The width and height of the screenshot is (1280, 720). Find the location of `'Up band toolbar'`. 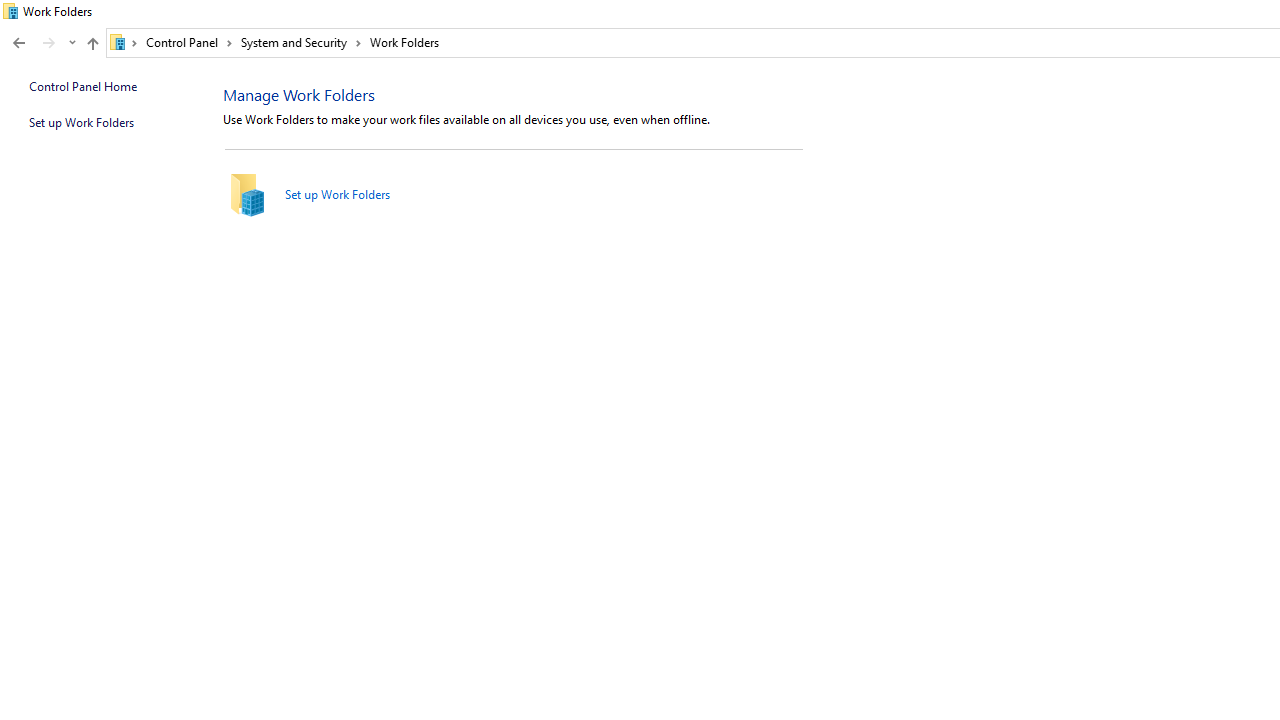

'Up band toolbar' is located at coordinates (91, 45).